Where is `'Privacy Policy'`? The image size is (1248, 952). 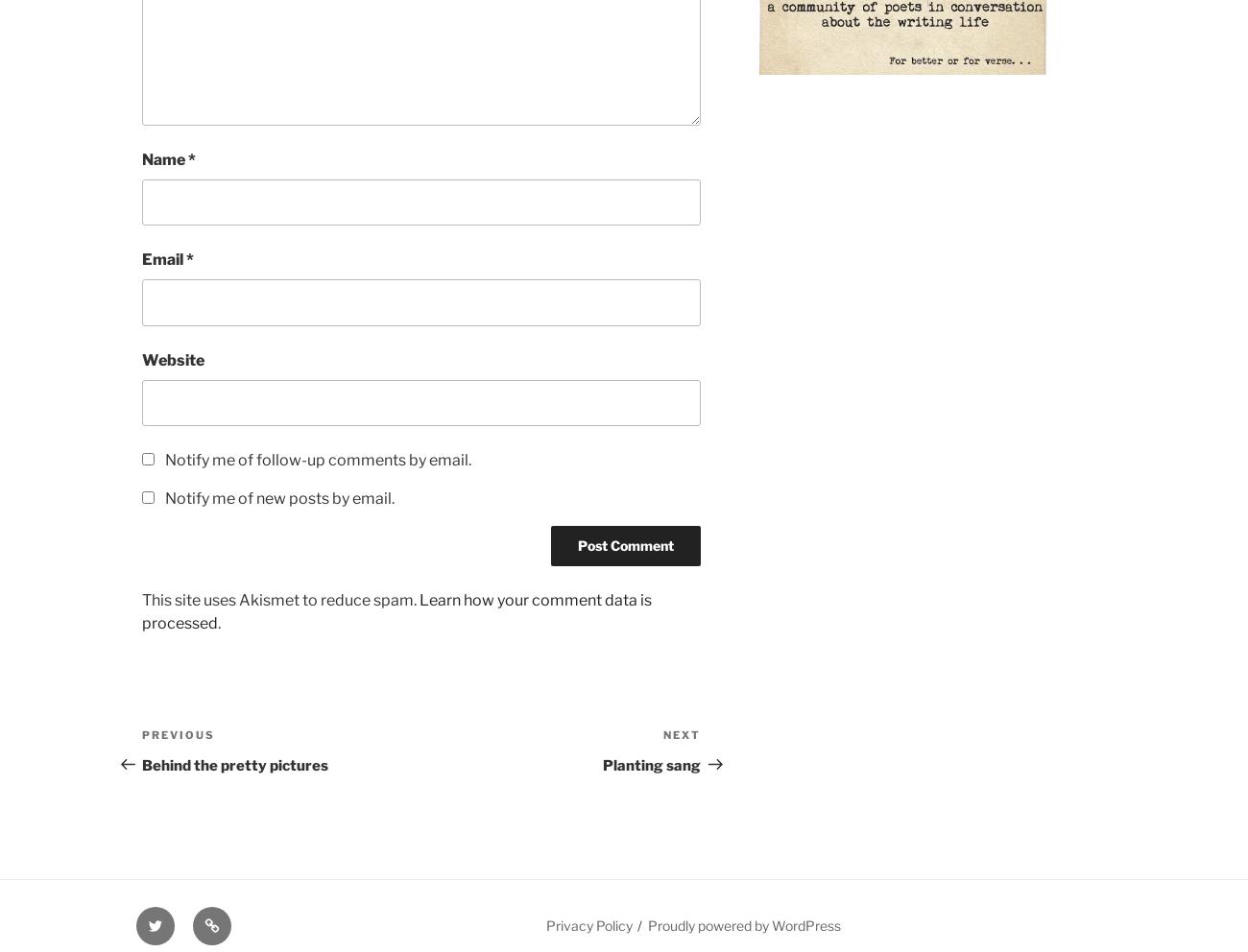 'Privacy Policy' is located at coordinates (588, 925).